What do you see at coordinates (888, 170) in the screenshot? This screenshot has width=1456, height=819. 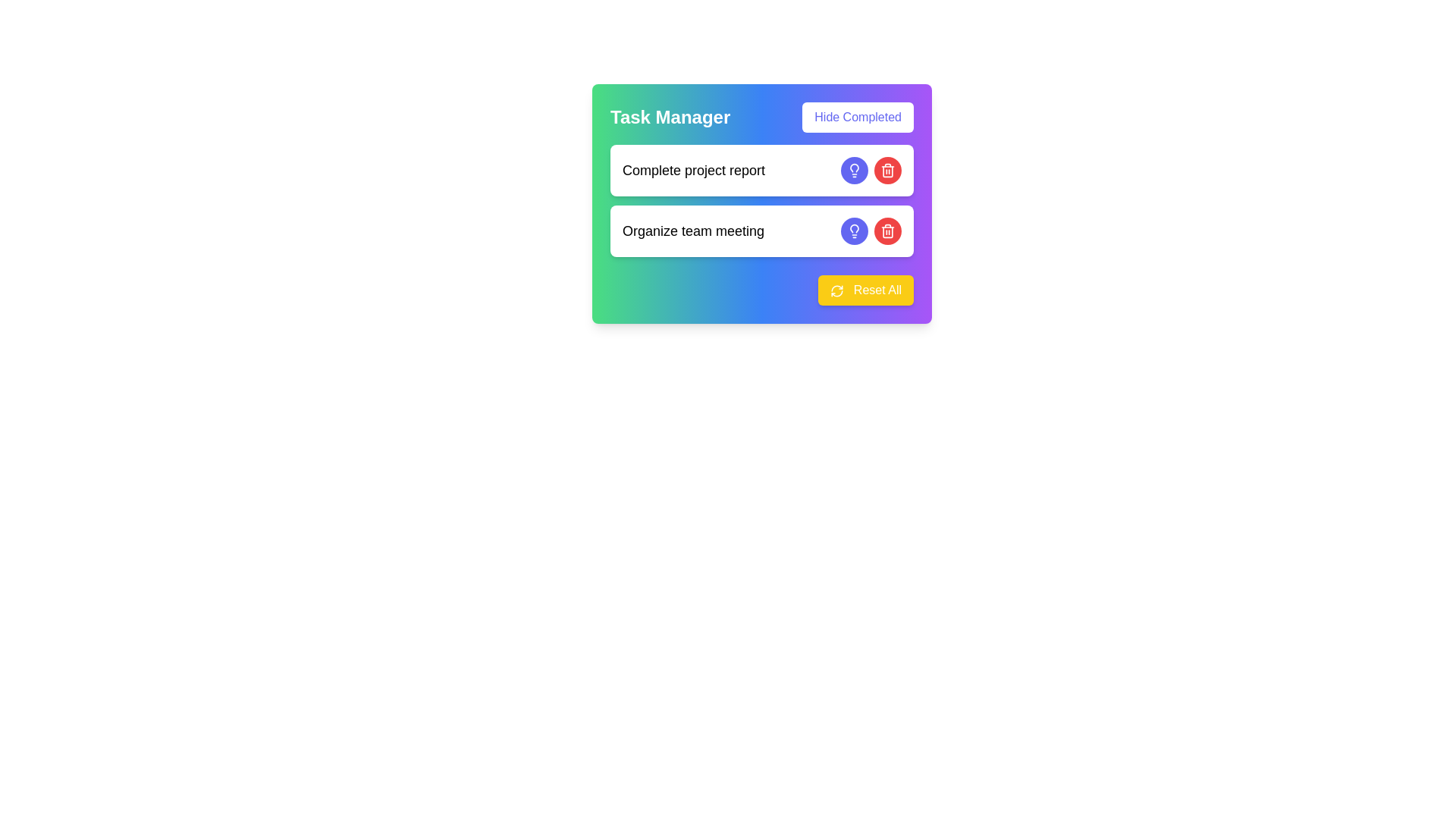 I see `the delete button located to the right of the 'Complete project report' task` at bounding box center [888, 170].